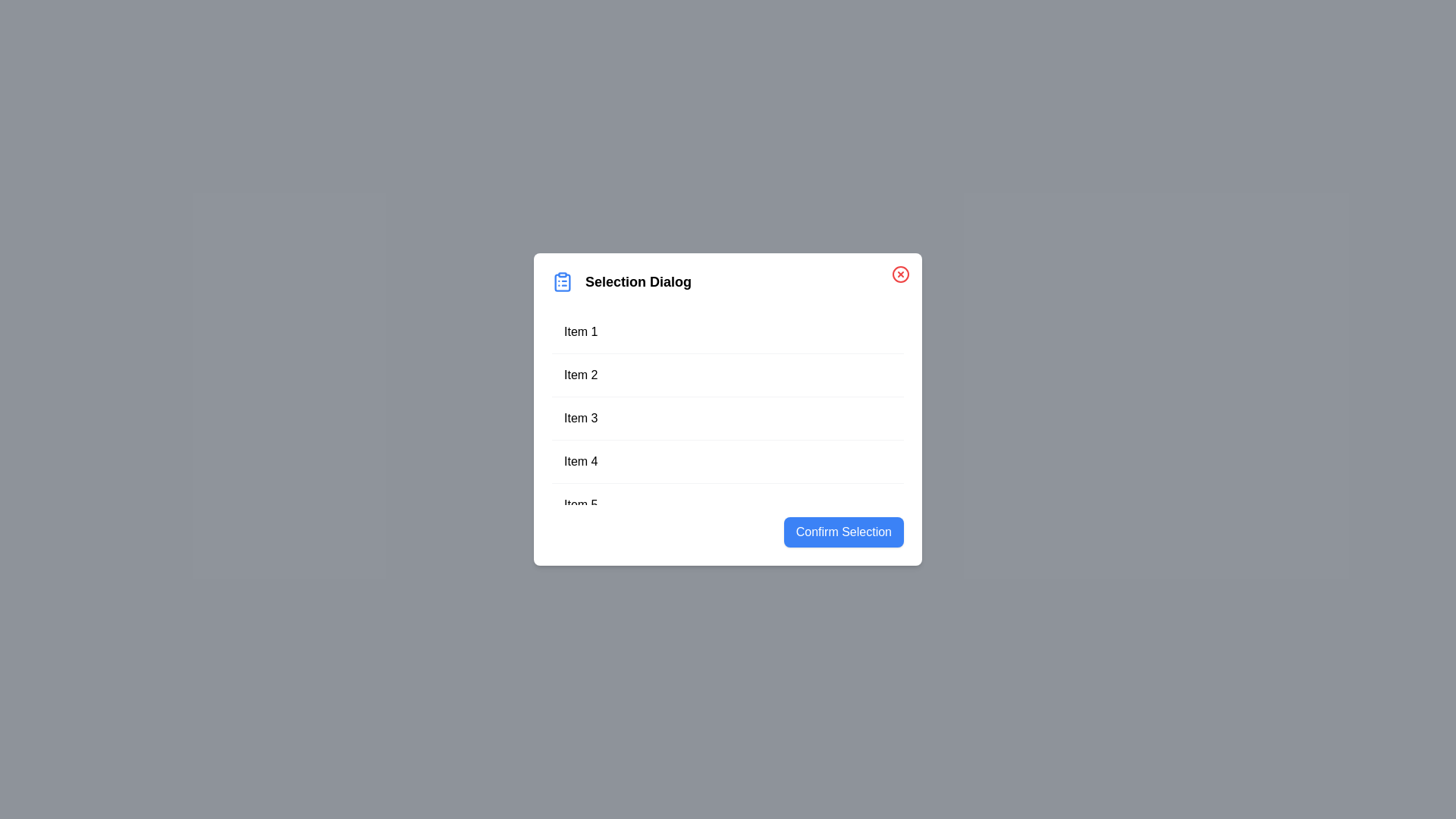 The height and width of the screenshot is (819, 1456). Describe the element at coordinates (843, 532) in the screenshot. I see `the 'Confirm Selection' button to finalize the selected items` at that location.